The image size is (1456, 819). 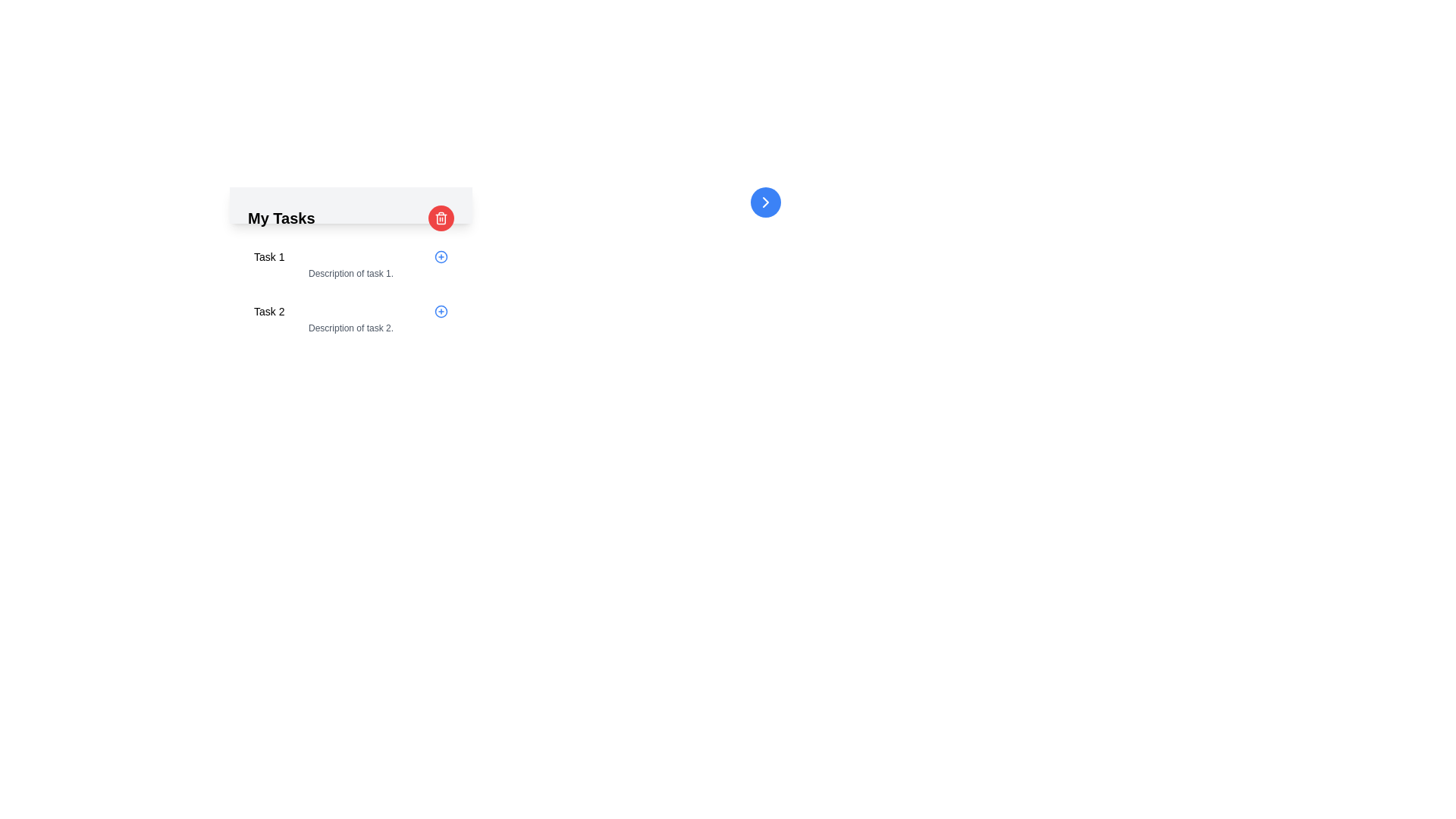 I want to click on the SVG Circle Element that is part of the plus icon located to the right of the label 'Task 2', so click(x=440, y=256).